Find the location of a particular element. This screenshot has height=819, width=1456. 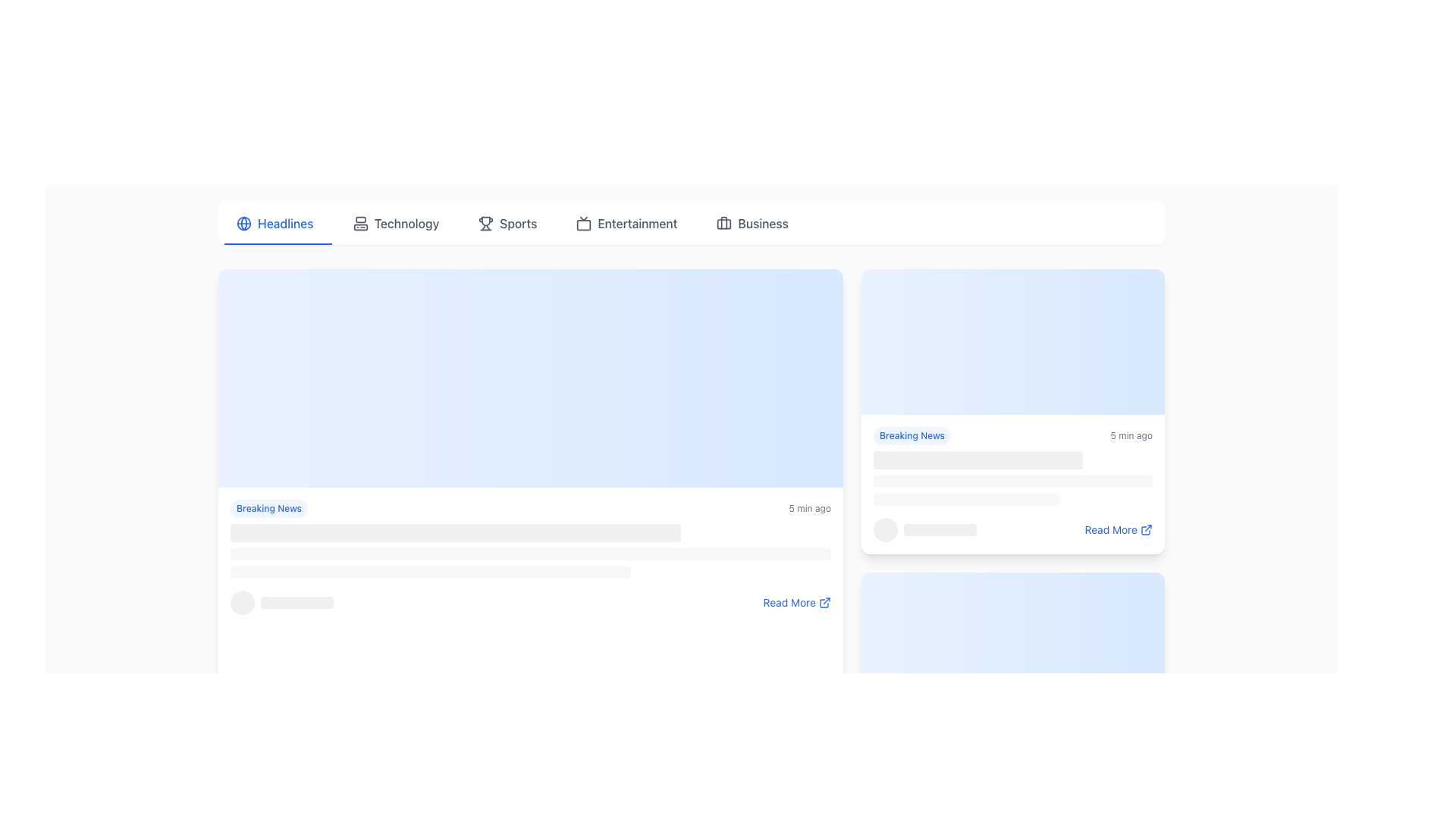

the 'Business' Navigation tab, which features a briefcase icon and gray text that turns blue on hover is located at coordinates (752, 223).